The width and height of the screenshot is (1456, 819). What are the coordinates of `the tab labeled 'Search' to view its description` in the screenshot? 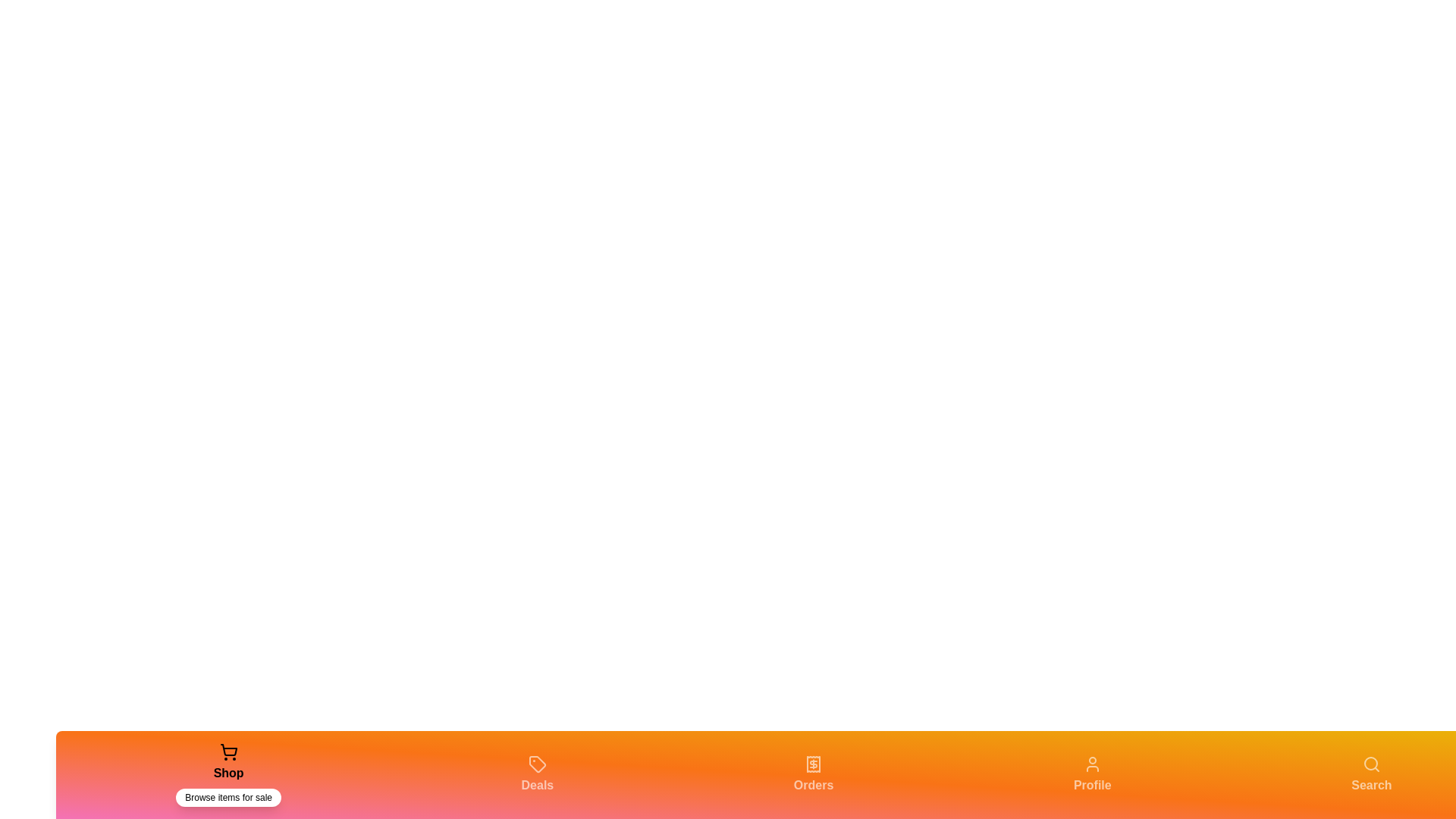 It's located at (1371, 775).